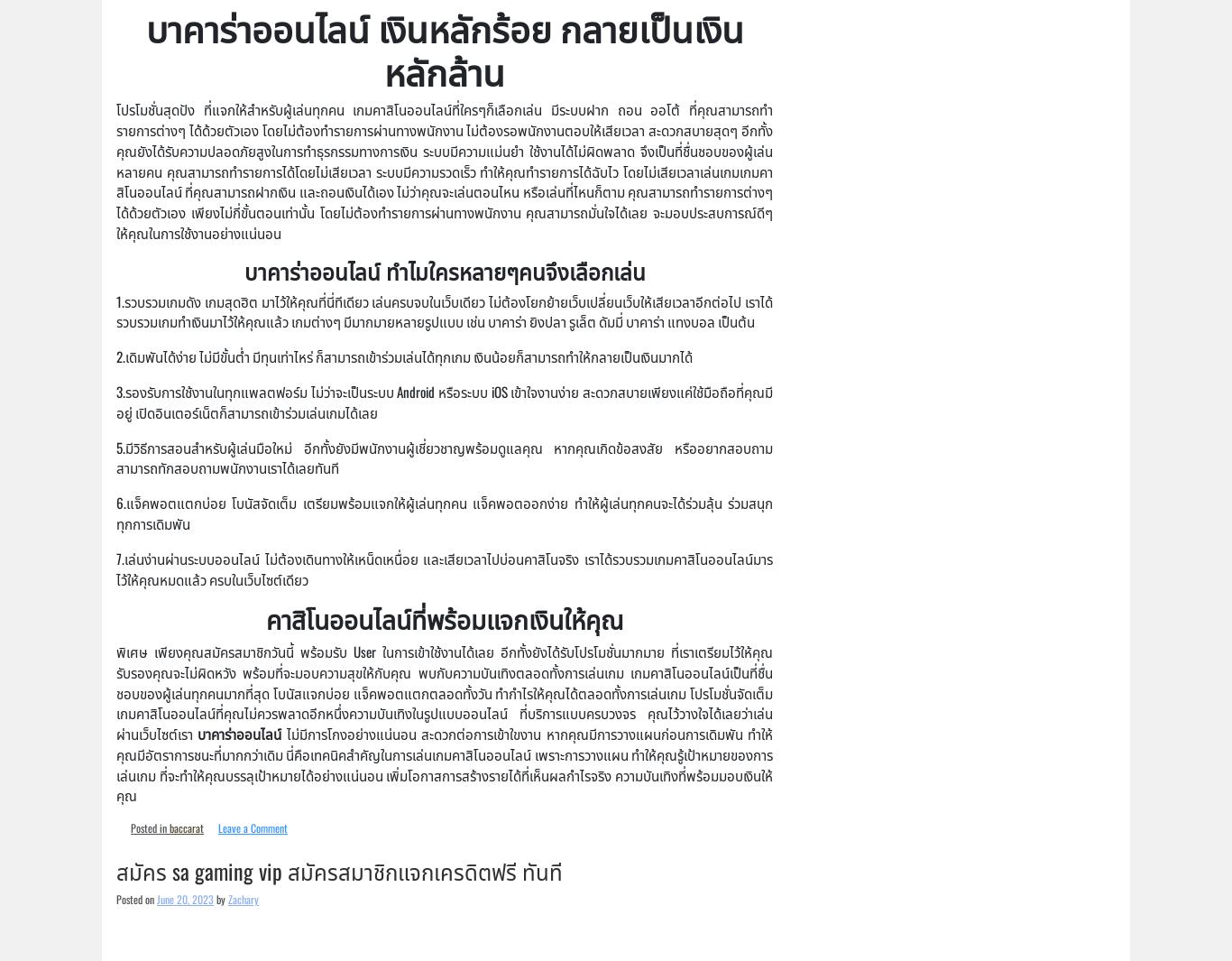 The height and width of the screenshot is (961, 1232). Describe the element at coordinates (115, 512) in the screenshot. I see `'6.แจ็คพอตแตกบ่อย โบนัสจัดเต็ม เตรียมพร้อมแจกให้ผู้เล่นทุกคน แจ็คพอตออกง่าย ทำให้ผู้เล่นทุกคนจะได้ร่วมลุ้น ร่วมสนุกทุกการเดิมพัน'` at that location.